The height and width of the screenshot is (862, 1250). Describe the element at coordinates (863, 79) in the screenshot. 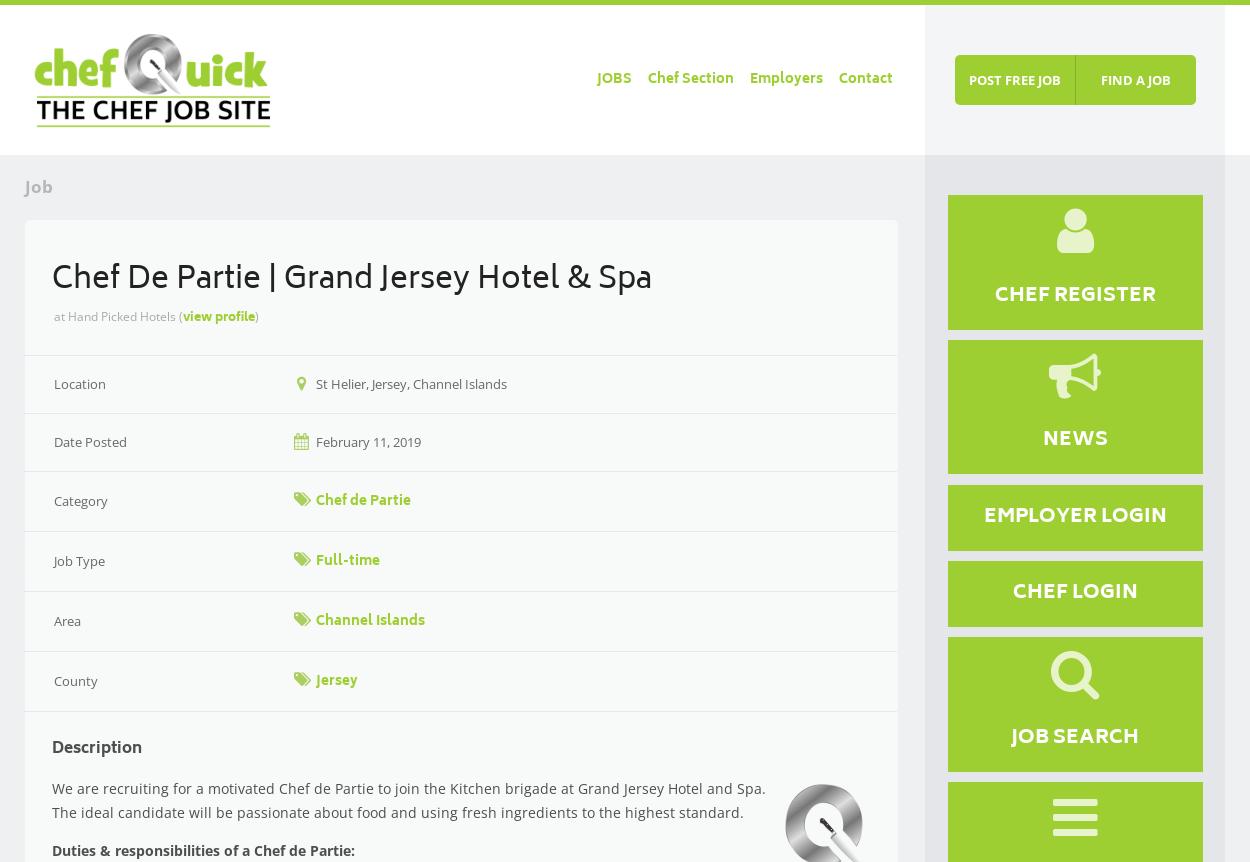

I see `'Contact'` at that location.